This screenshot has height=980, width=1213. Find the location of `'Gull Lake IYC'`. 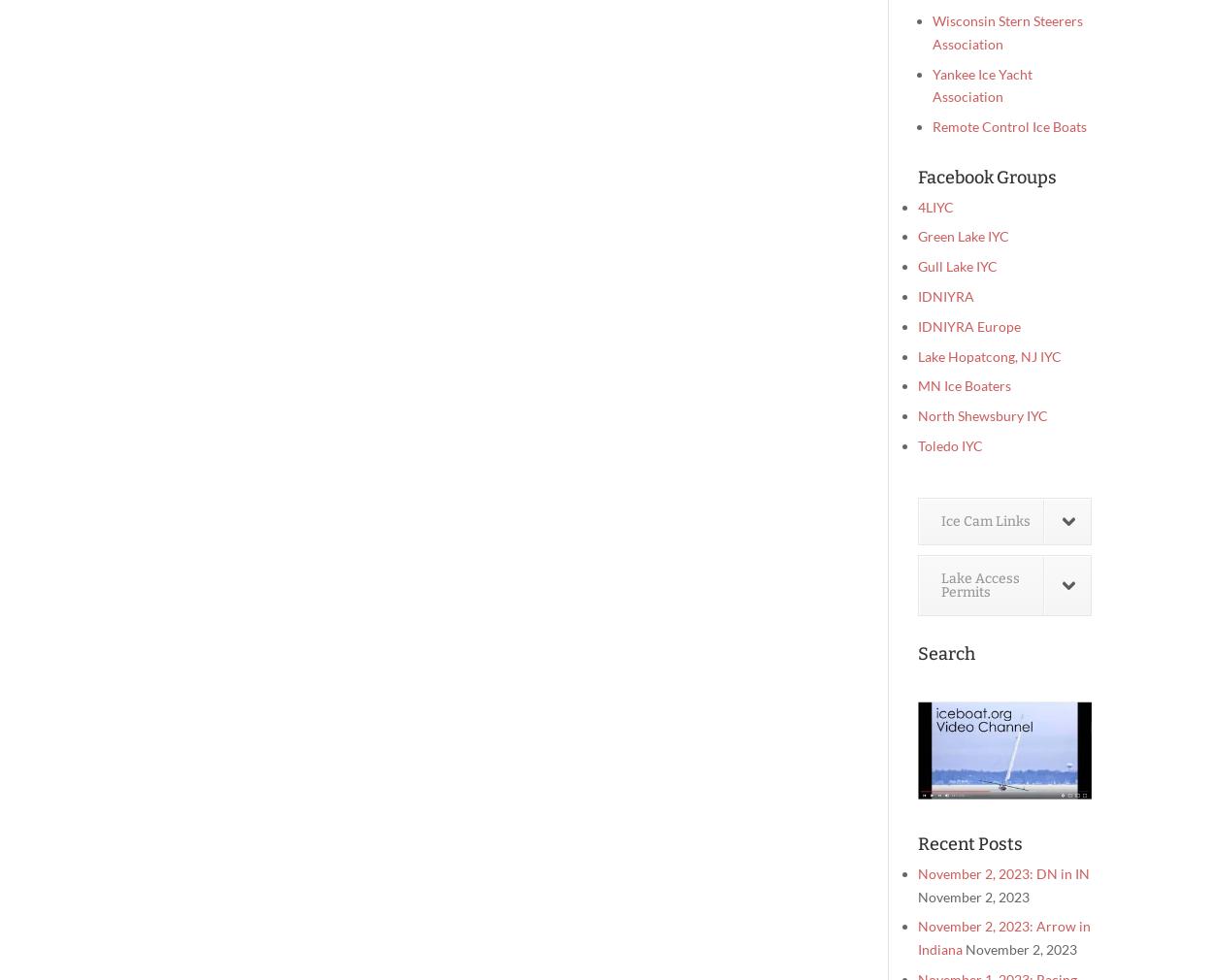

'Gull Lake IYC' is located at coordinates (957, 266).